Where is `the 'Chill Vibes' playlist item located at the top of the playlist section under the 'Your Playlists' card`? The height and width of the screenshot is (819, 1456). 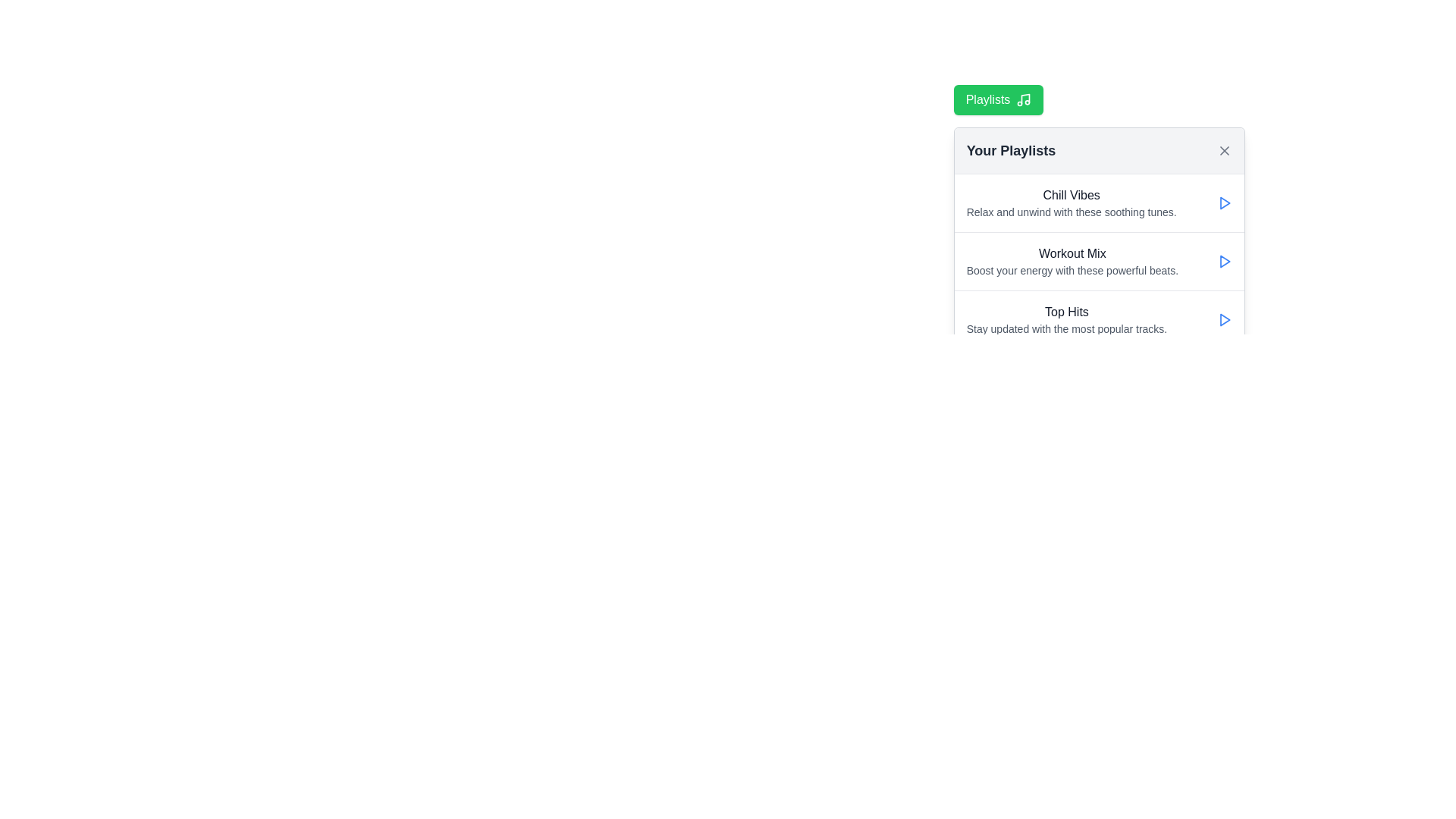
the 'Chill Vibes' playlist item located at the top of the playlist section under the 'Your Playlists' card is located at coordinates (1071, 202).